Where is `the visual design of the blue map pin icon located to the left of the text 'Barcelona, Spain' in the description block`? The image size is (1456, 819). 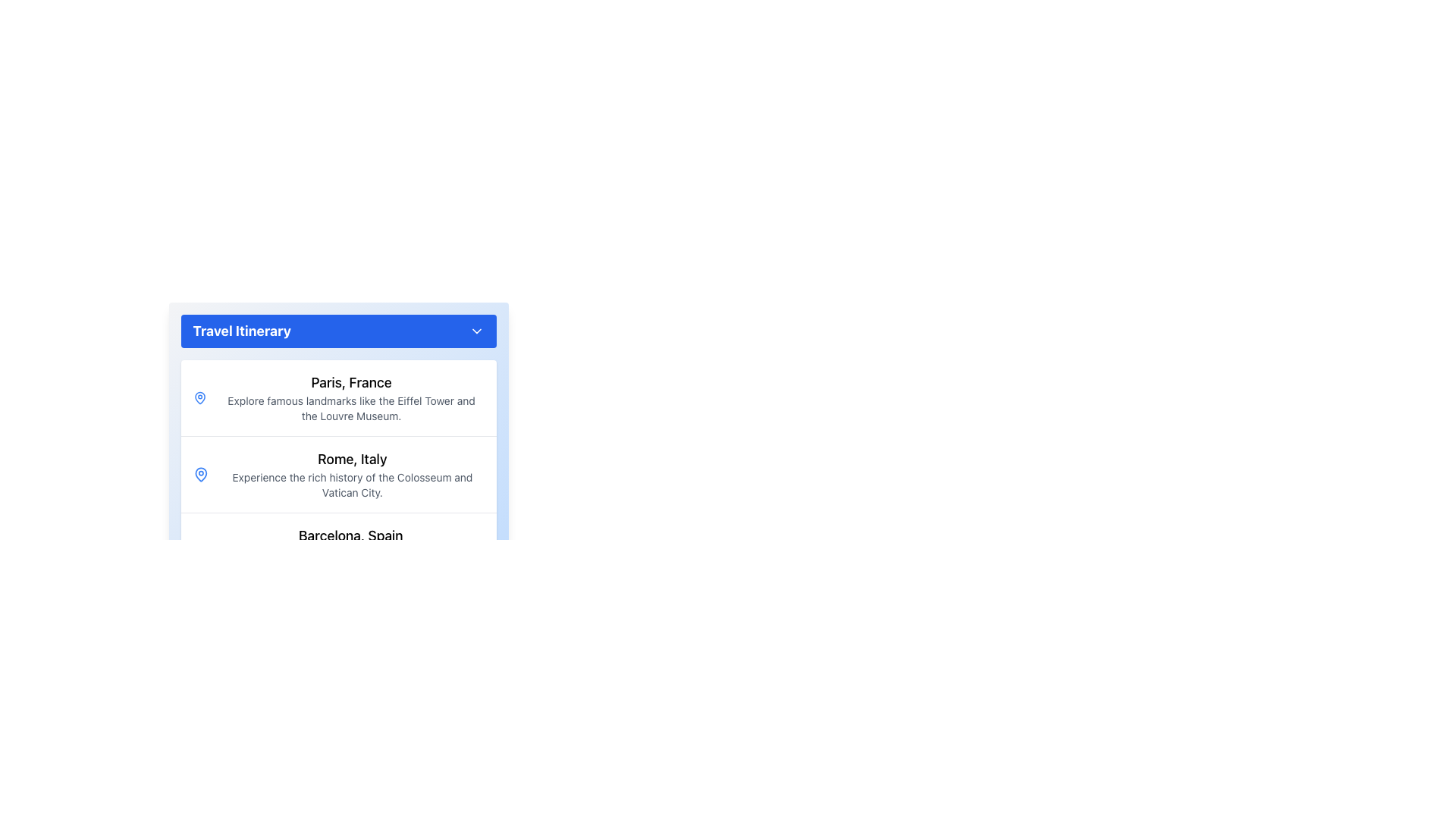
the visual design of the blue map pin icon located to the left of the text 'Barcelona, Spain' in the description block is located at coordinates (198, 551).